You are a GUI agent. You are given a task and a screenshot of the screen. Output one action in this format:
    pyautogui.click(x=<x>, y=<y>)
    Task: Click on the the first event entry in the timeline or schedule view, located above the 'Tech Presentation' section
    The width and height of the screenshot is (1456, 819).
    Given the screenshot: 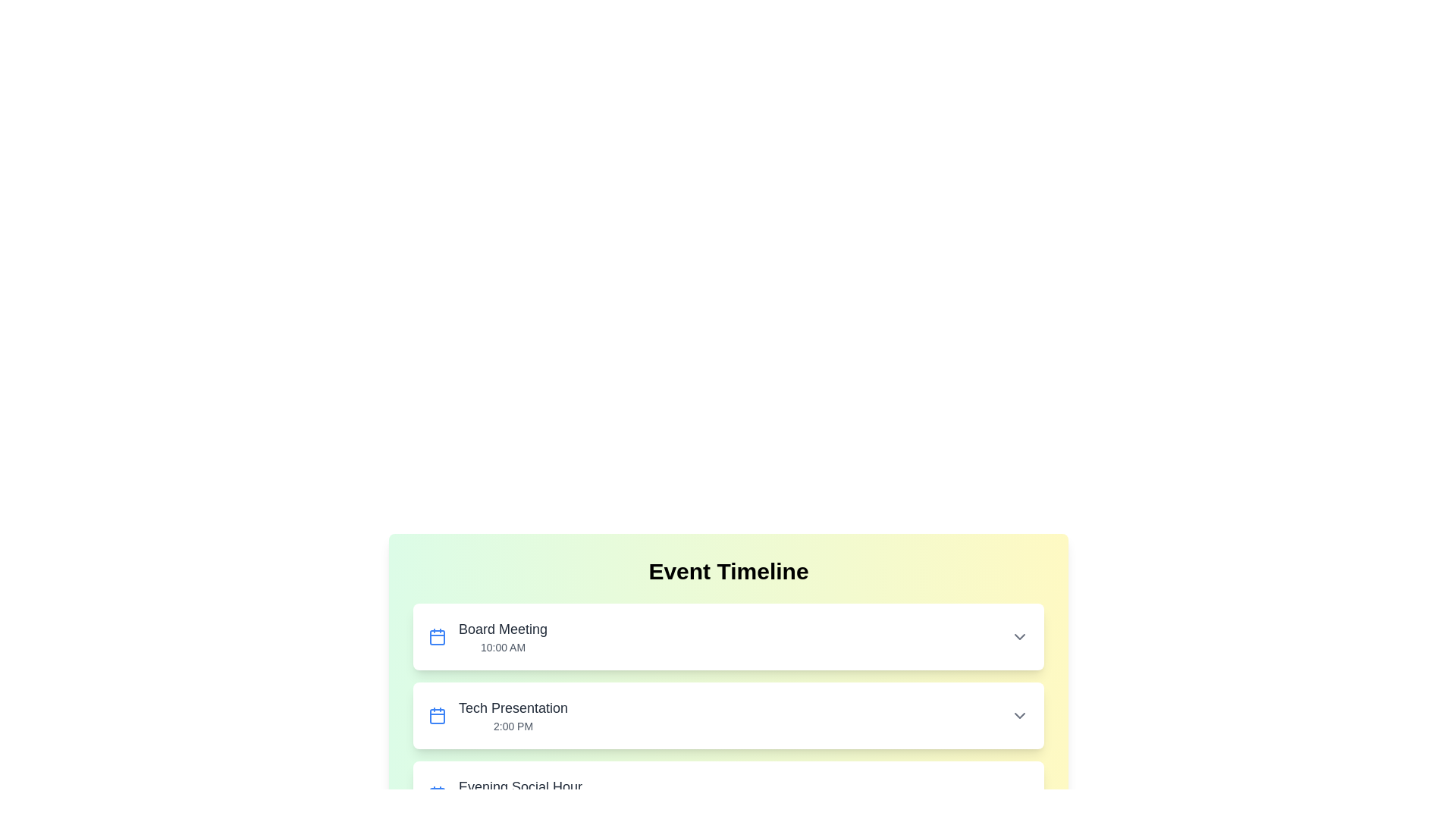 What is the action you would take?
    pyautogui.click(x=488, y=637)
    